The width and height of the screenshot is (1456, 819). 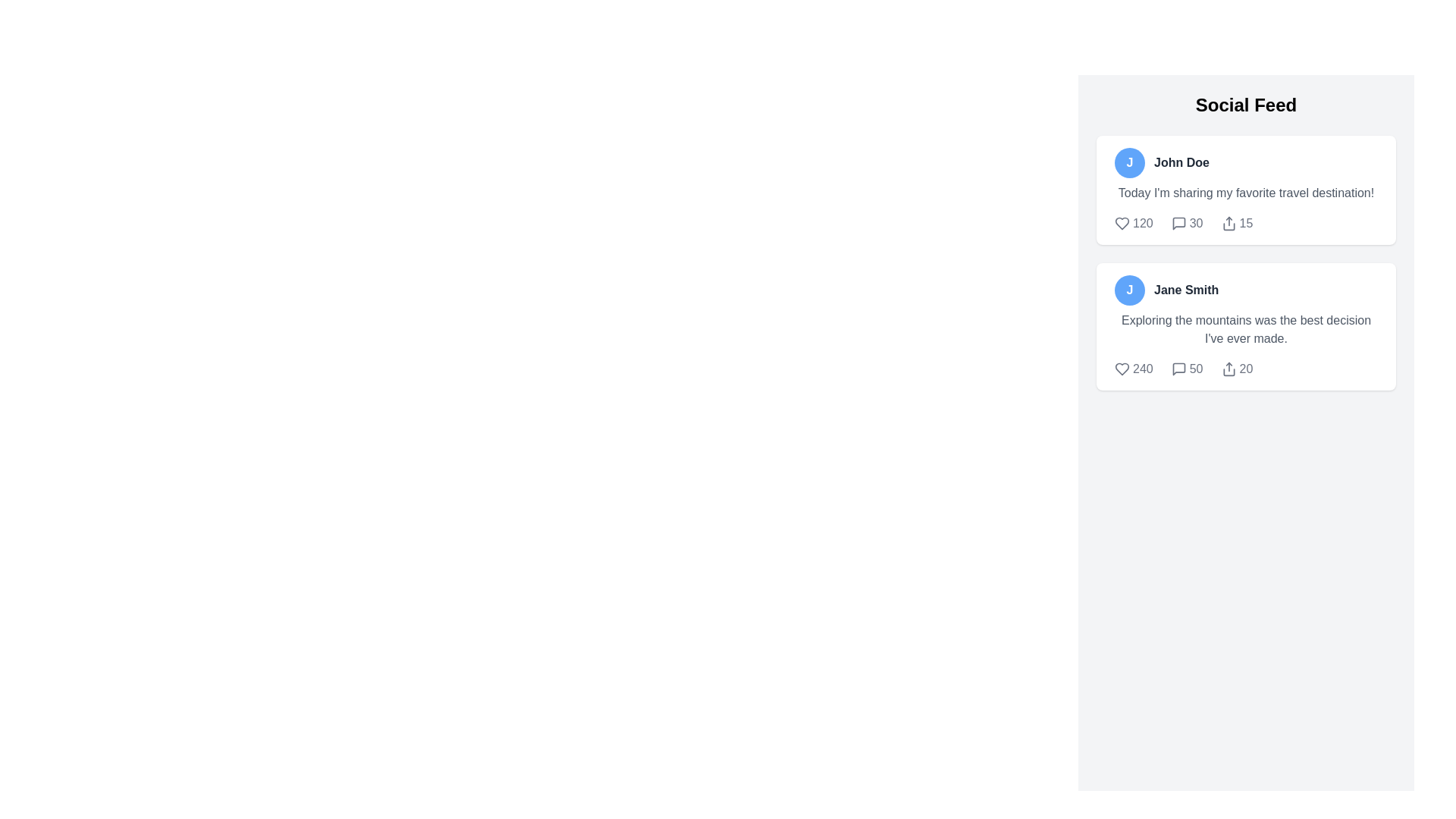 What do you see at coordinates (1185, 290) in the screenshot?
I see `the text label displaying the user's name` at bounding box center [1185, 290].